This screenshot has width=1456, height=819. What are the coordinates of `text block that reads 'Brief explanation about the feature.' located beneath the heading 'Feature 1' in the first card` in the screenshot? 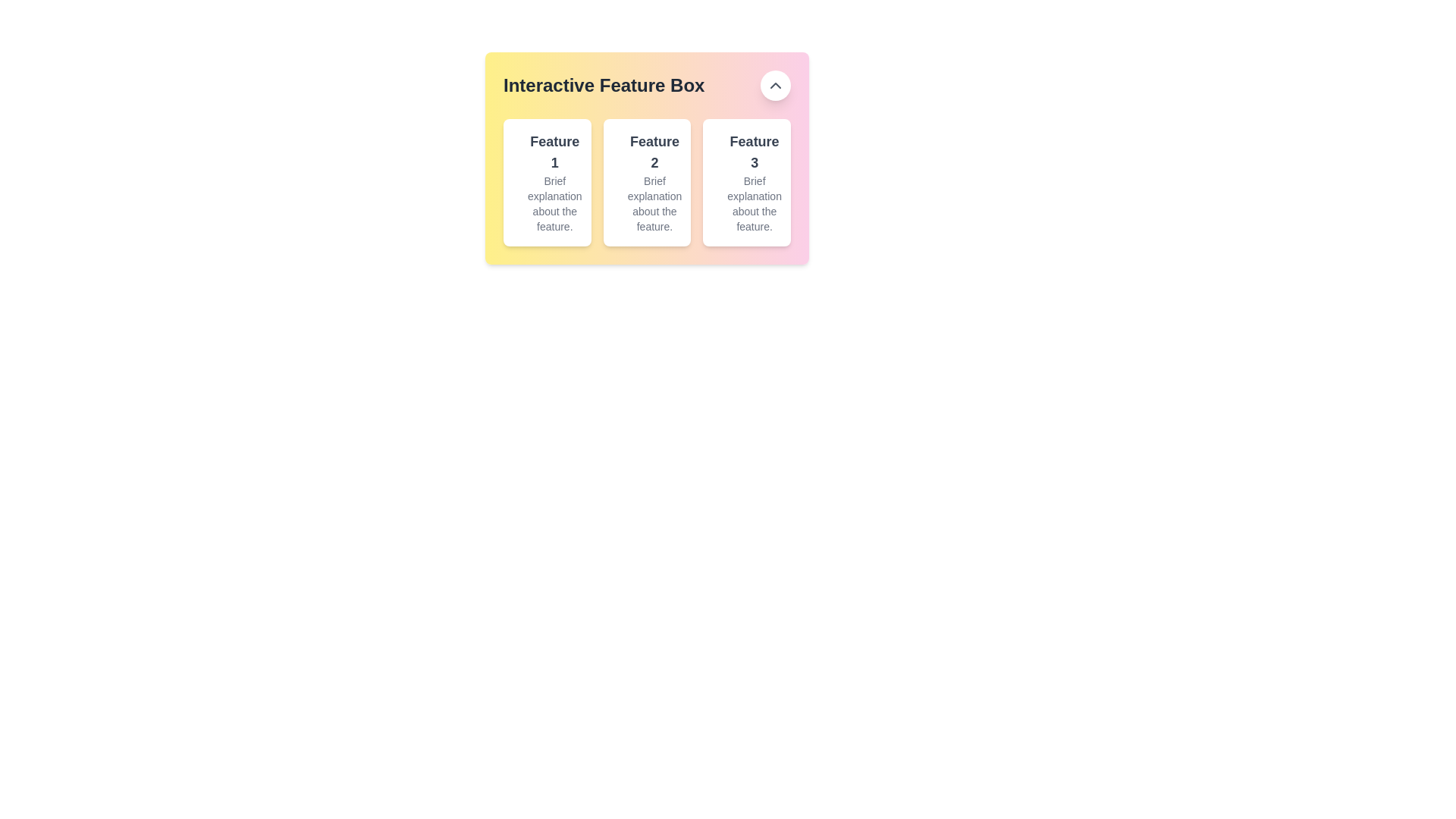 It's located at (554, 203).